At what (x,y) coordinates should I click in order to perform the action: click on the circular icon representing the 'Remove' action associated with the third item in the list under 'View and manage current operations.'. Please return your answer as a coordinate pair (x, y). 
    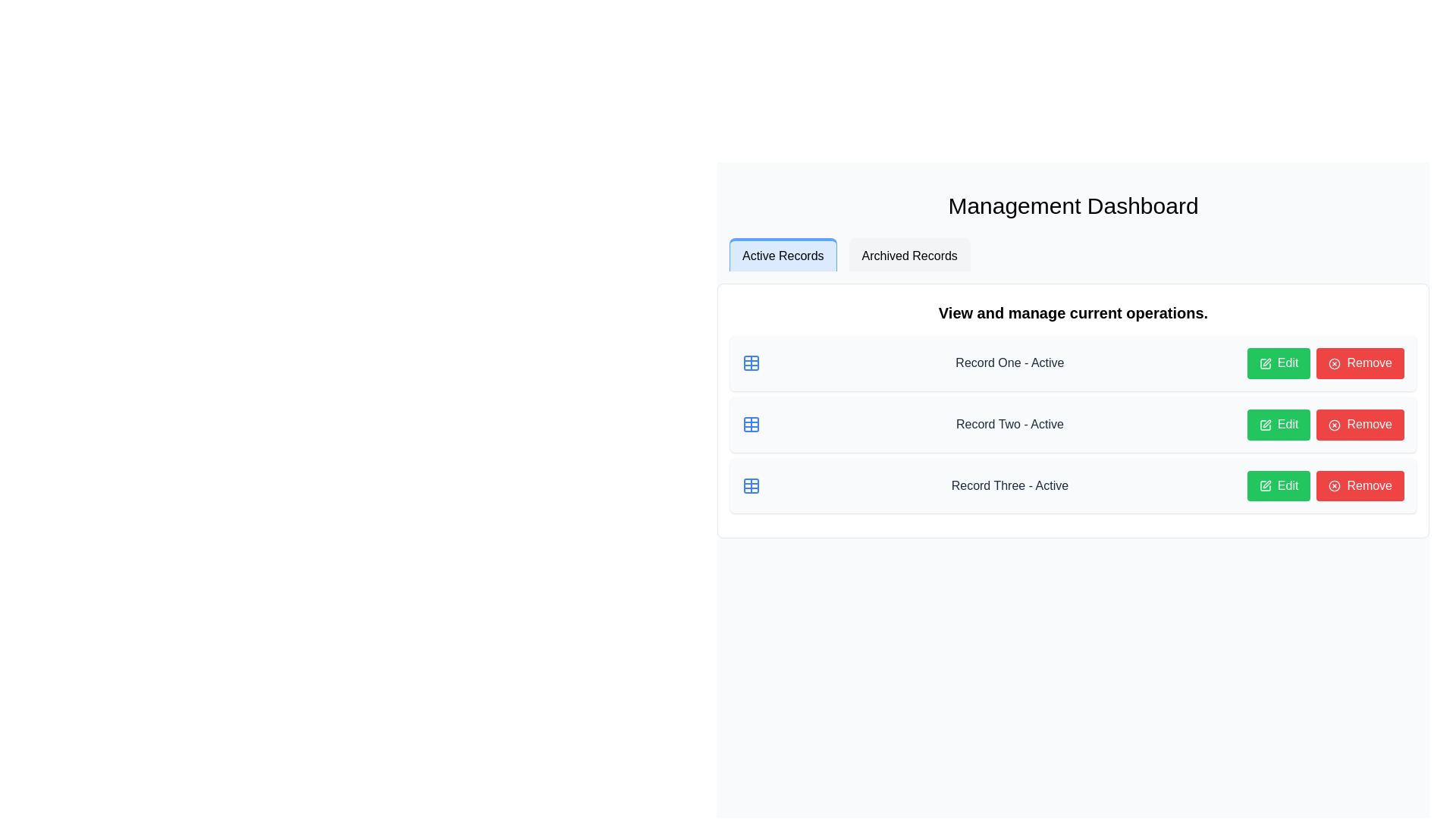
    Looking at the image, I should click on (1335, 486).